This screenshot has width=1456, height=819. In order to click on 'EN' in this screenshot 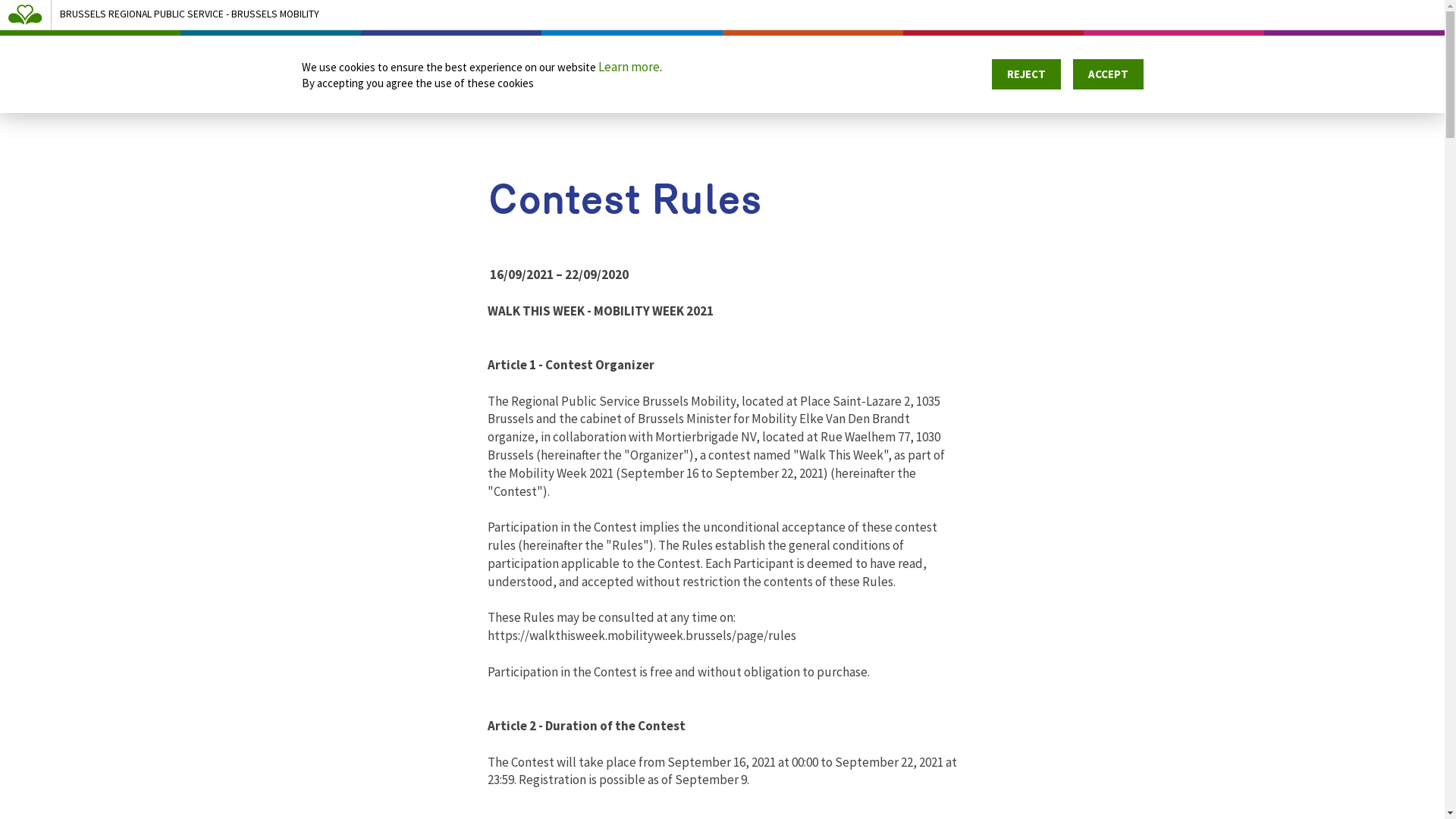, I will do `click(1416, 56)`.